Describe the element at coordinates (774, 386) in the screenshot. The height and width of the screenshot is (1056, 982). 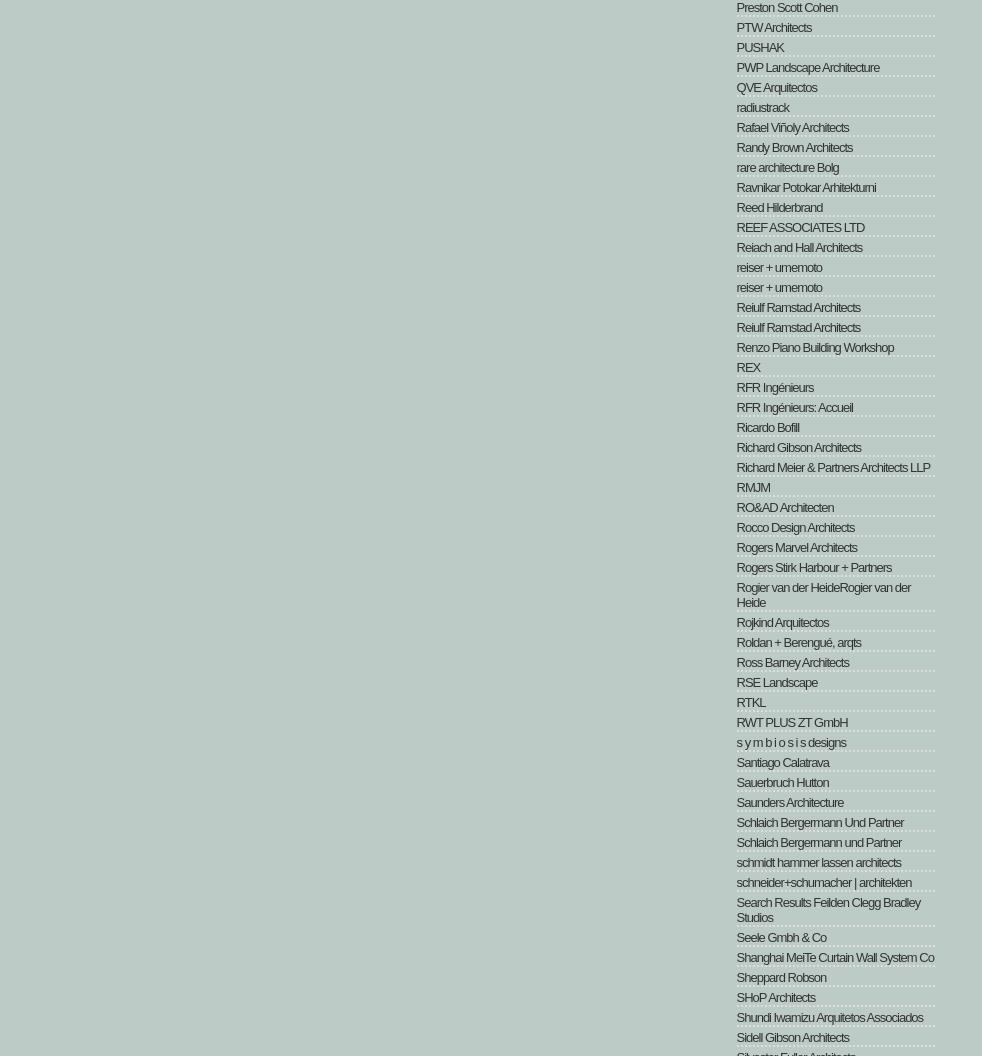
I see `'RFR Ingénieurs'` at that location.